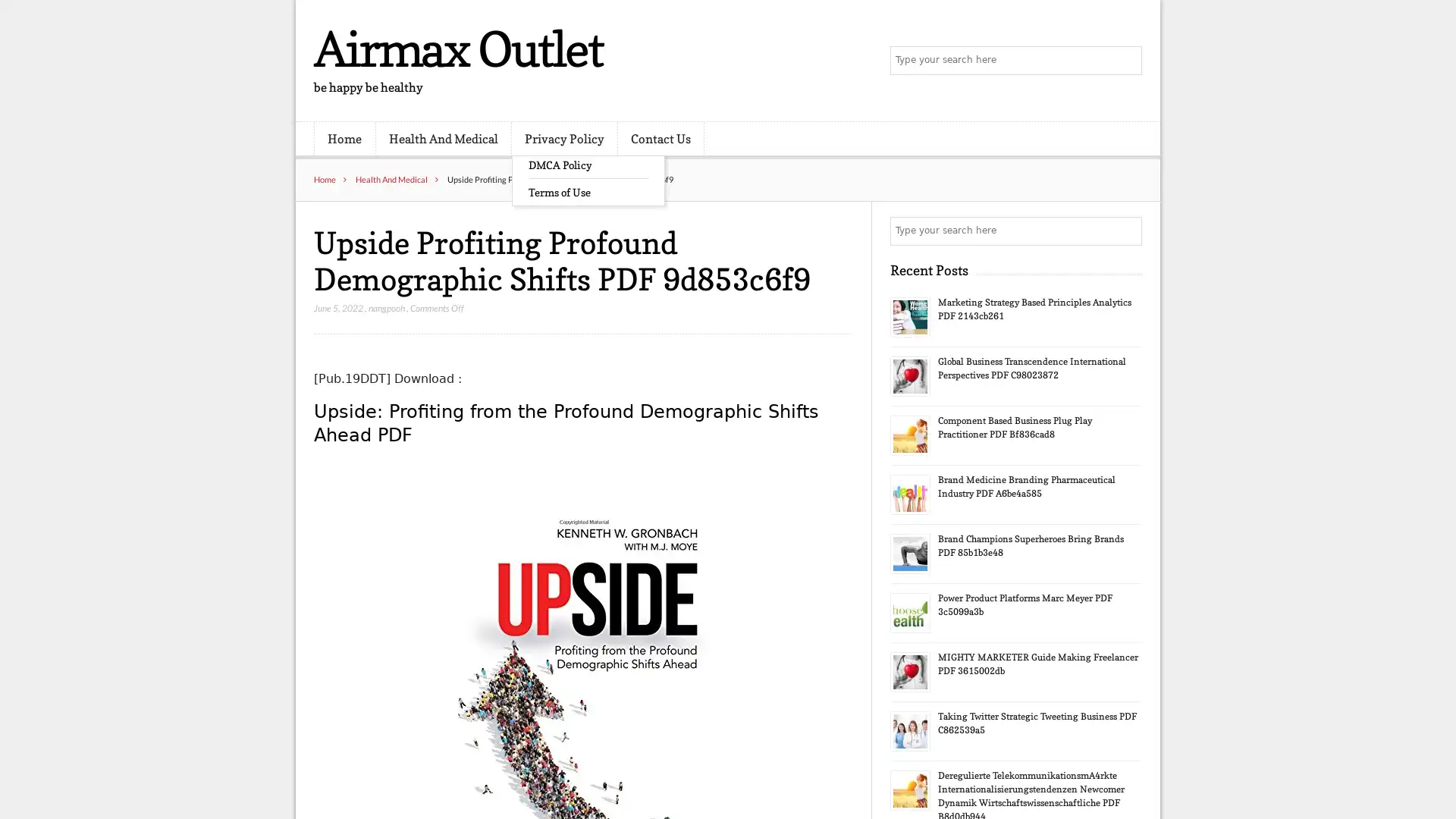  What do you see at coordinates (1126, 231) in the screenshot?
I see `Search` at bounding box center [1126, 231].